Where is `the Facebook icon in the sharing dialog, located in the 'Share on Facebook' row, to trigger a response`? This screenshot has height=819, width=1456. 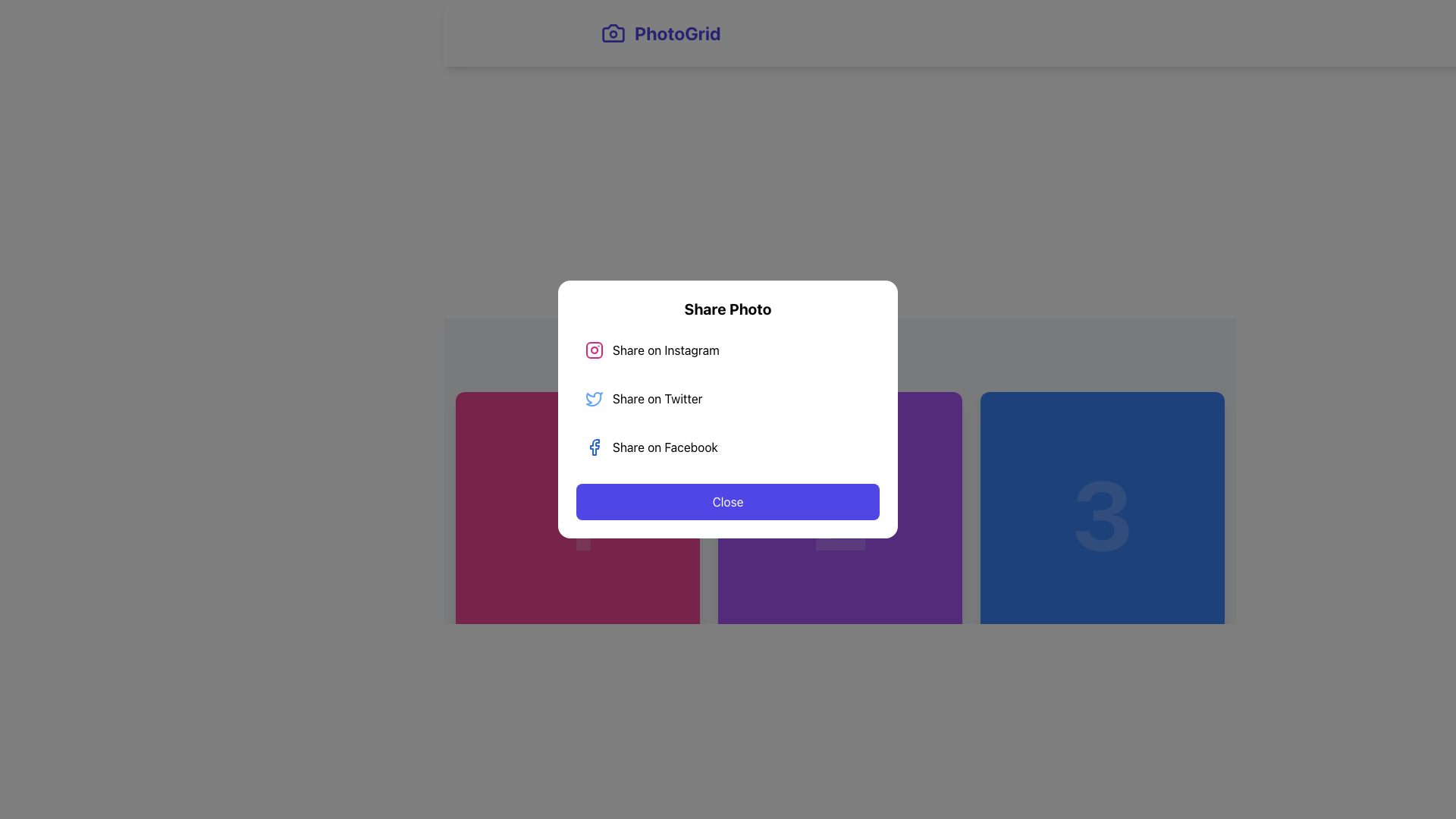
the Facebook icon in the sharing dialog, located in the 'Share on Facebook' row, to trigger a response is located at coordinates (594, 447).